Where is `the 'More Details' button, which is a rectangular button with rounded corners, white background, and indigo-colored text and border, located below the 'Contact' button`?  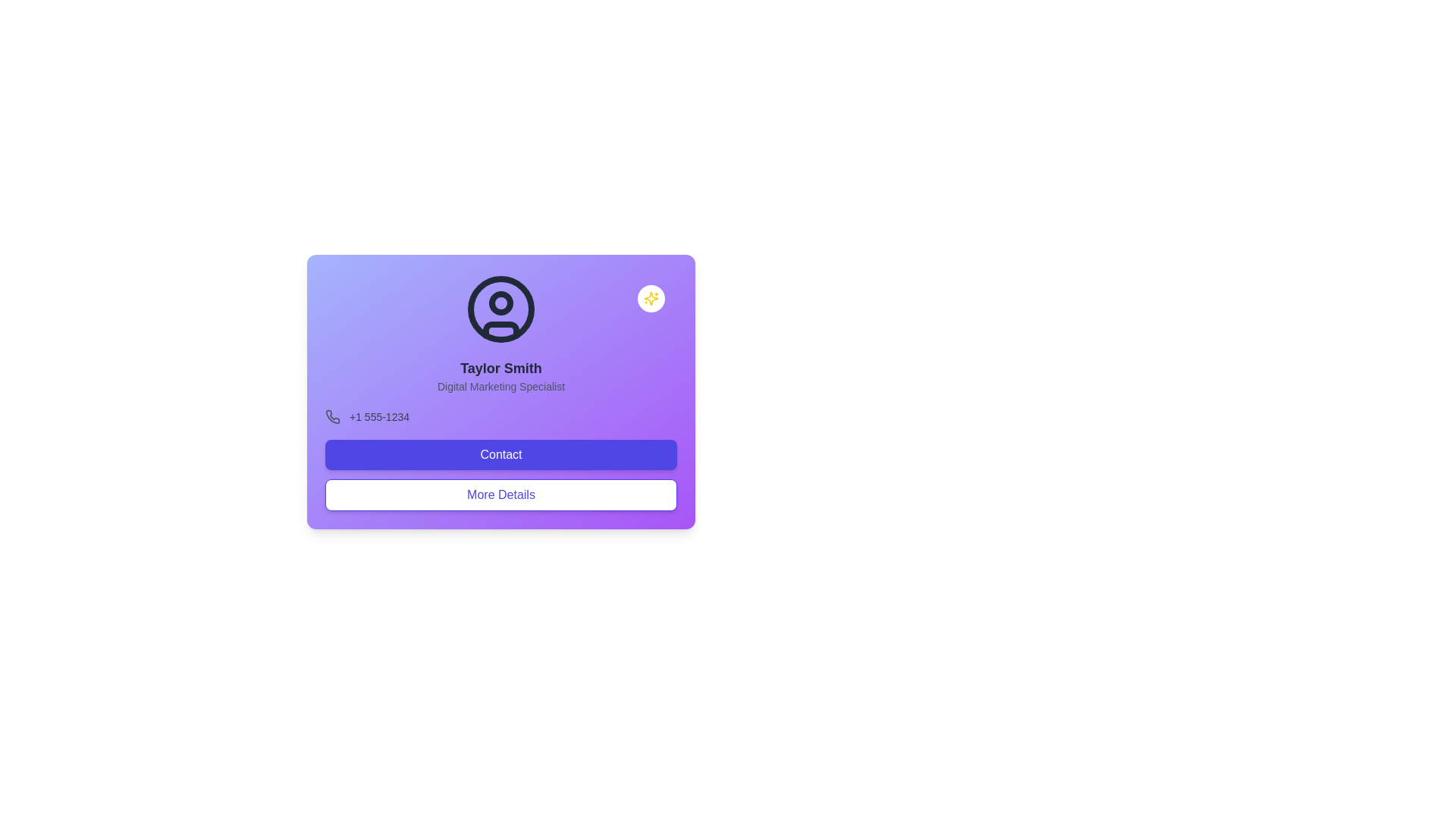
the 'More Details' button, which is a rectangular button with rounded corners, white background, and indigo-colored text and border, located below the 'Contact' button is located at coordinates (501, 494).